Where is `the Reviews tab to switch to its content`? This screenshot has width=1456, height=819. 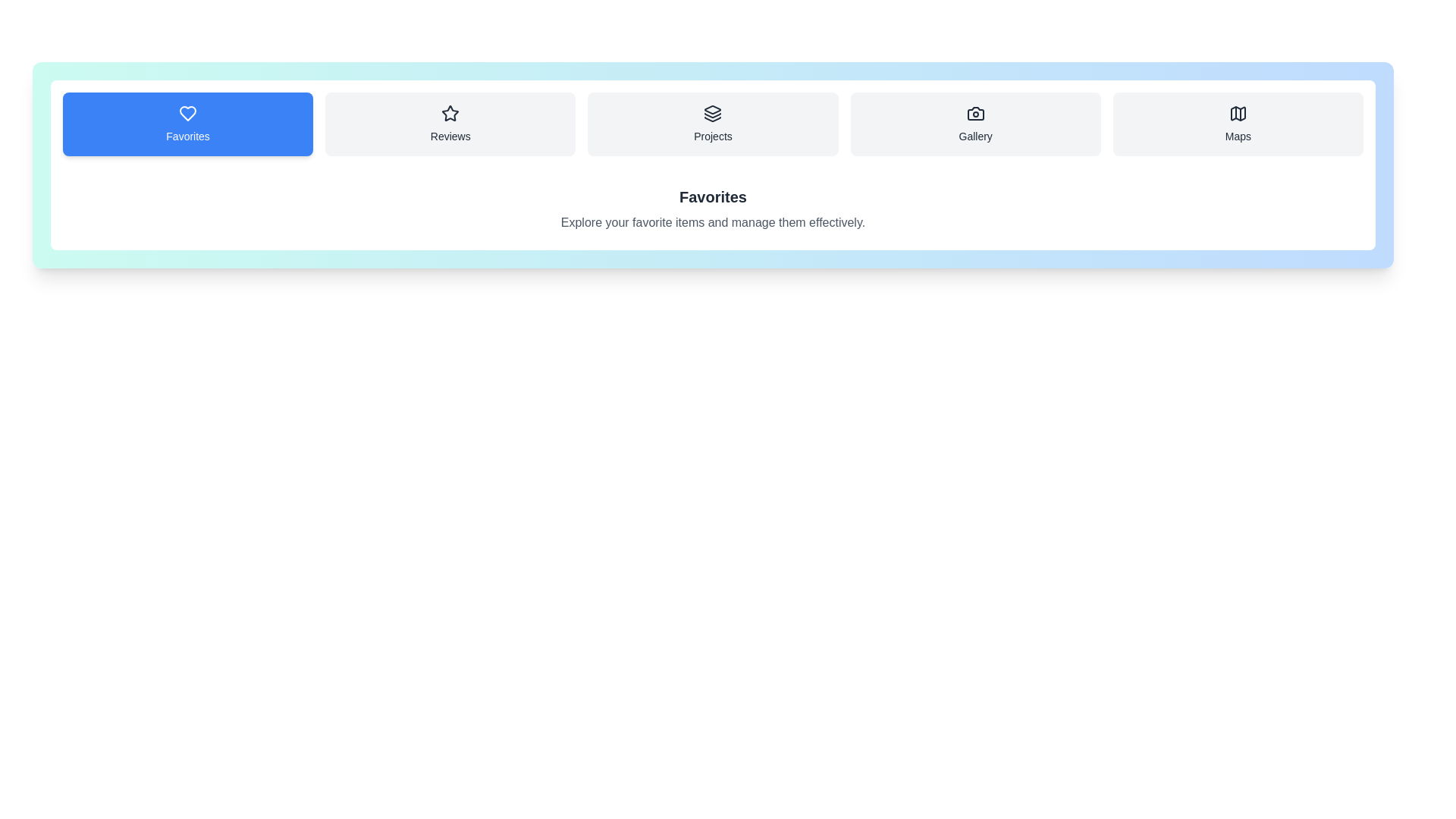
the Reviews tab to switch to its content is located at coordinates (450, 124).